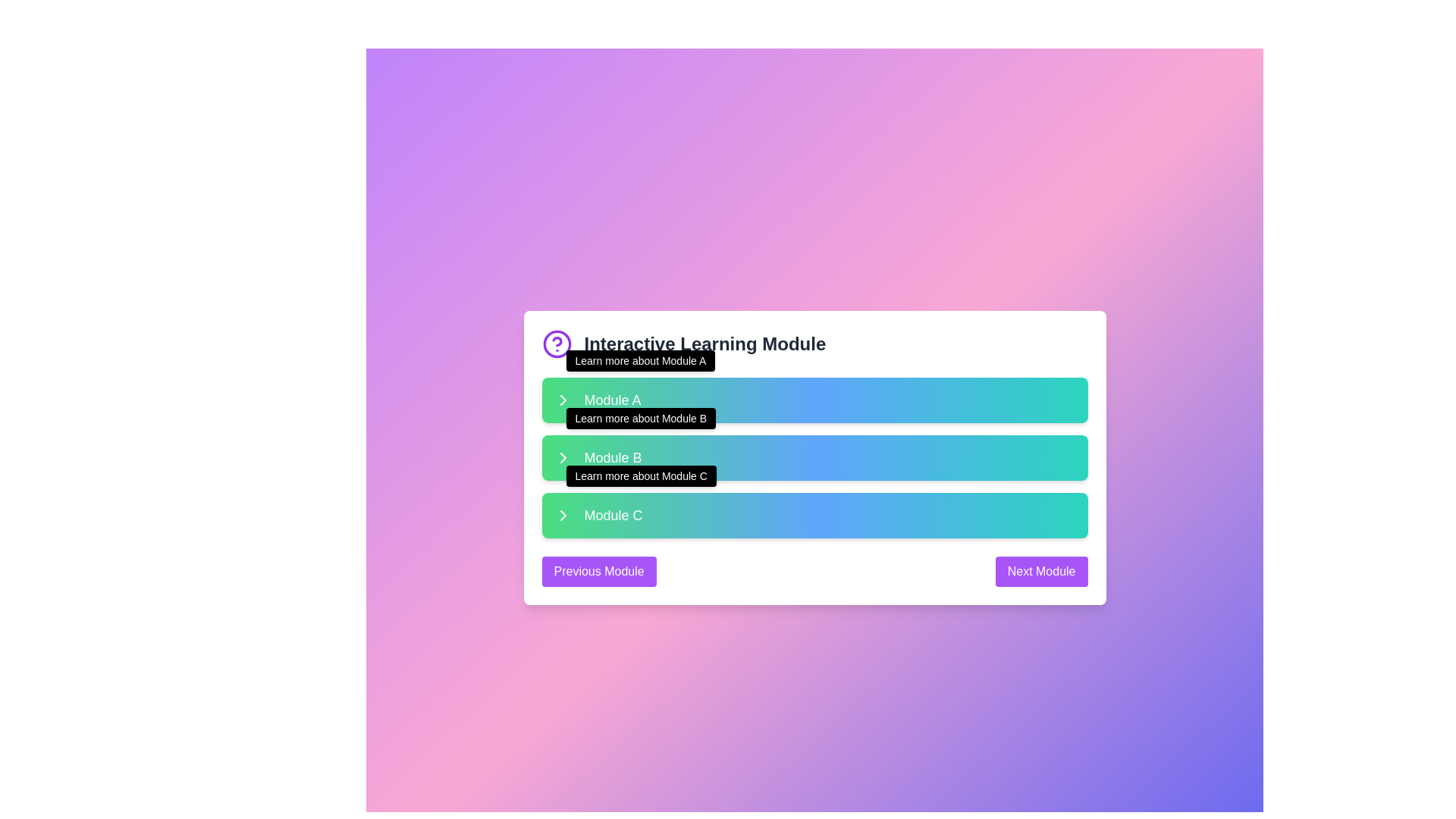 Image resolution: width=1456 pixels, height=819 pixels. What do you see at coordinates (612, 400) in the screenshot?
I see `the 'Module A' text label, which is styled in white font and is located inside a green-to-blue gradient button with rounded edges` at bounding box center [612, 400].